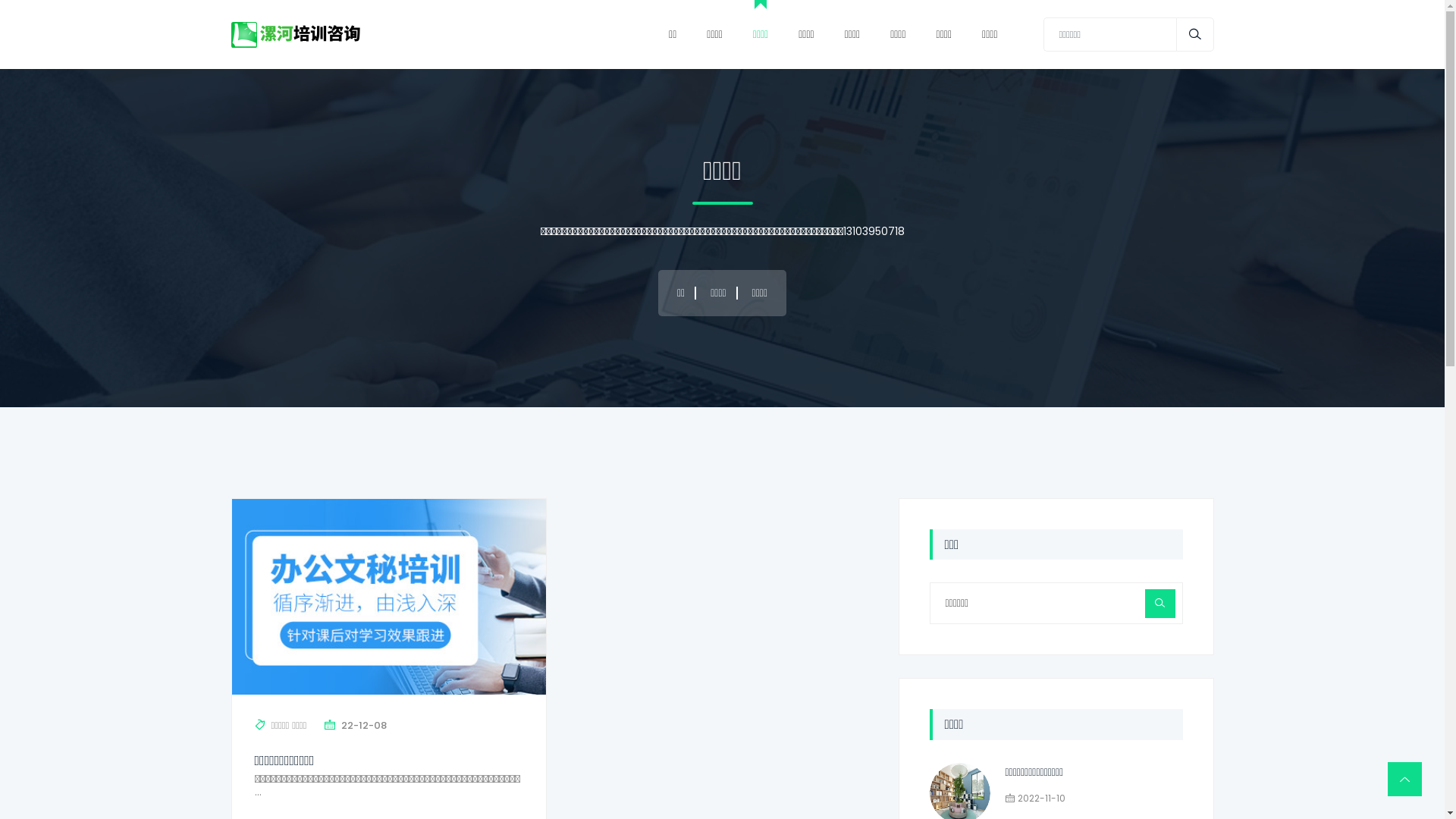  I want to click on '22-12-08', so click(364, 724).